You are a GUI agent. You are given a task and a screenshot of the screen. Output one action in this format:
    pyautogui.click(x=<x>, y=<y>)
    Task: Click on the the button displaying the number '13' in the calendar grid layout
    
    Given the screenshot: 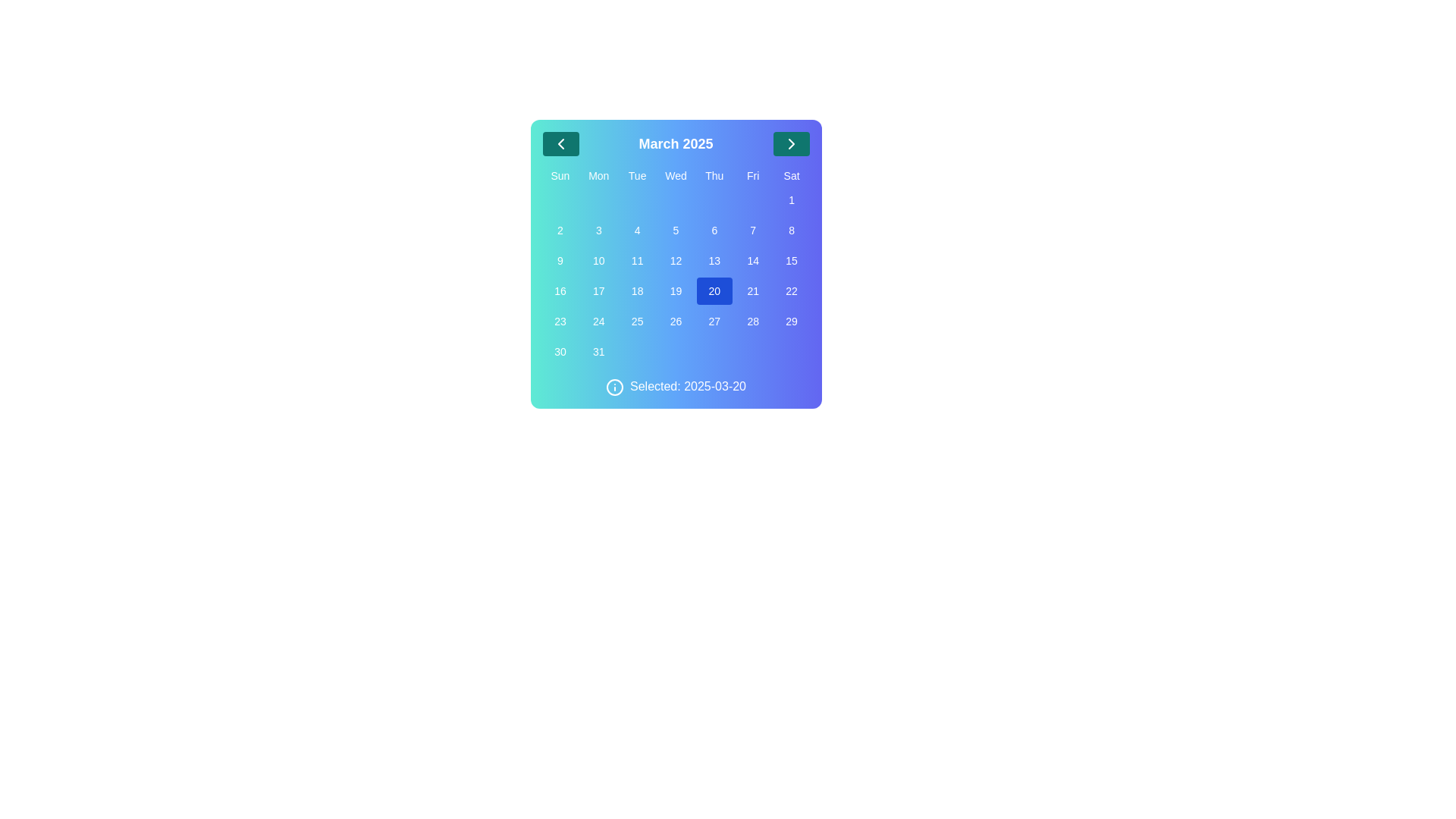 What is the action you would take?
    pyautogui.click(x=714, y=259)
    